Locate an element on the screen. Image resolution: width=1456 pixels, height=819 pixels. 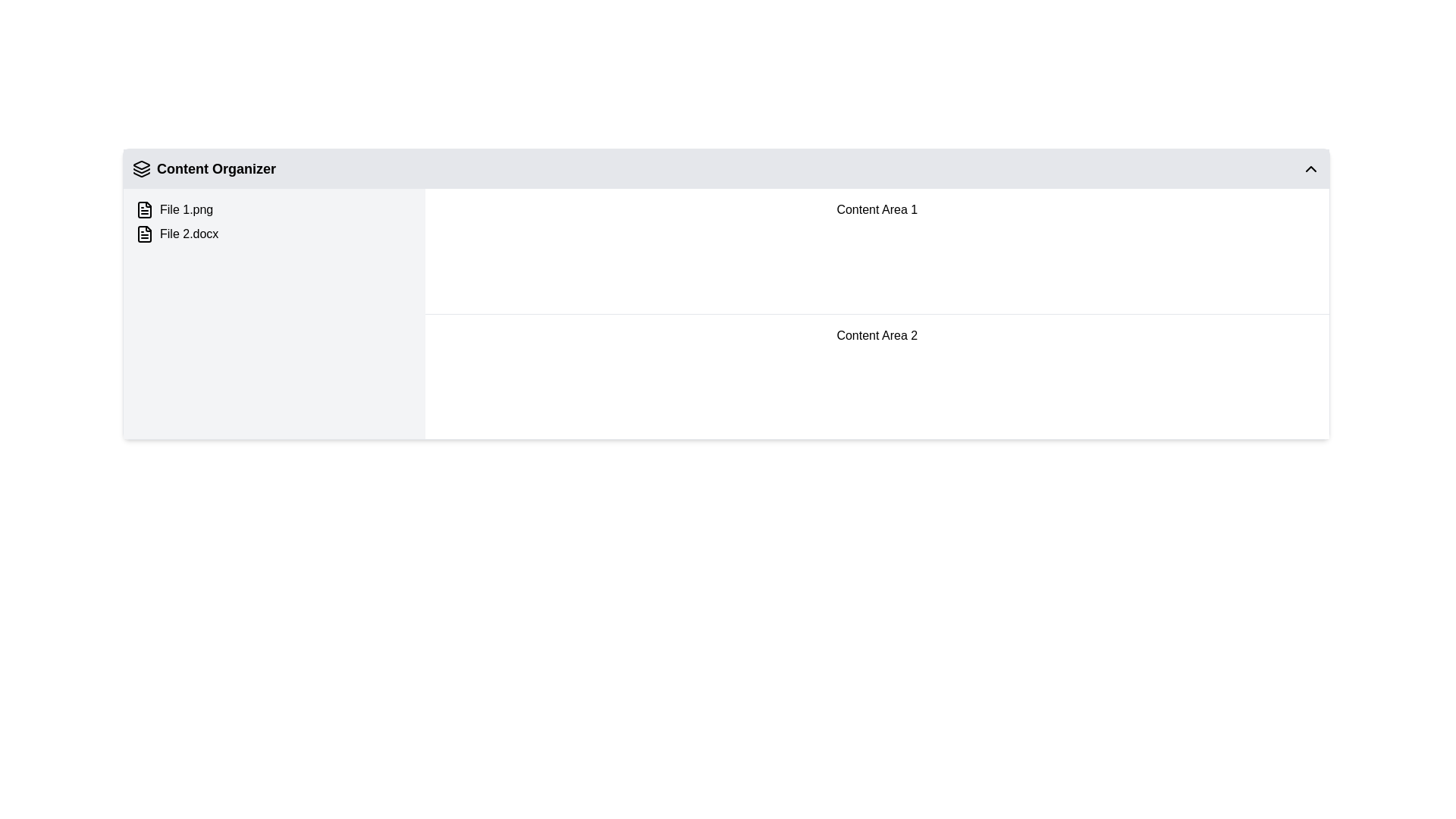
the layered icon with a minimalist outline located to the left of the 'Content Organizer' title is located at coordinates (142, 169).